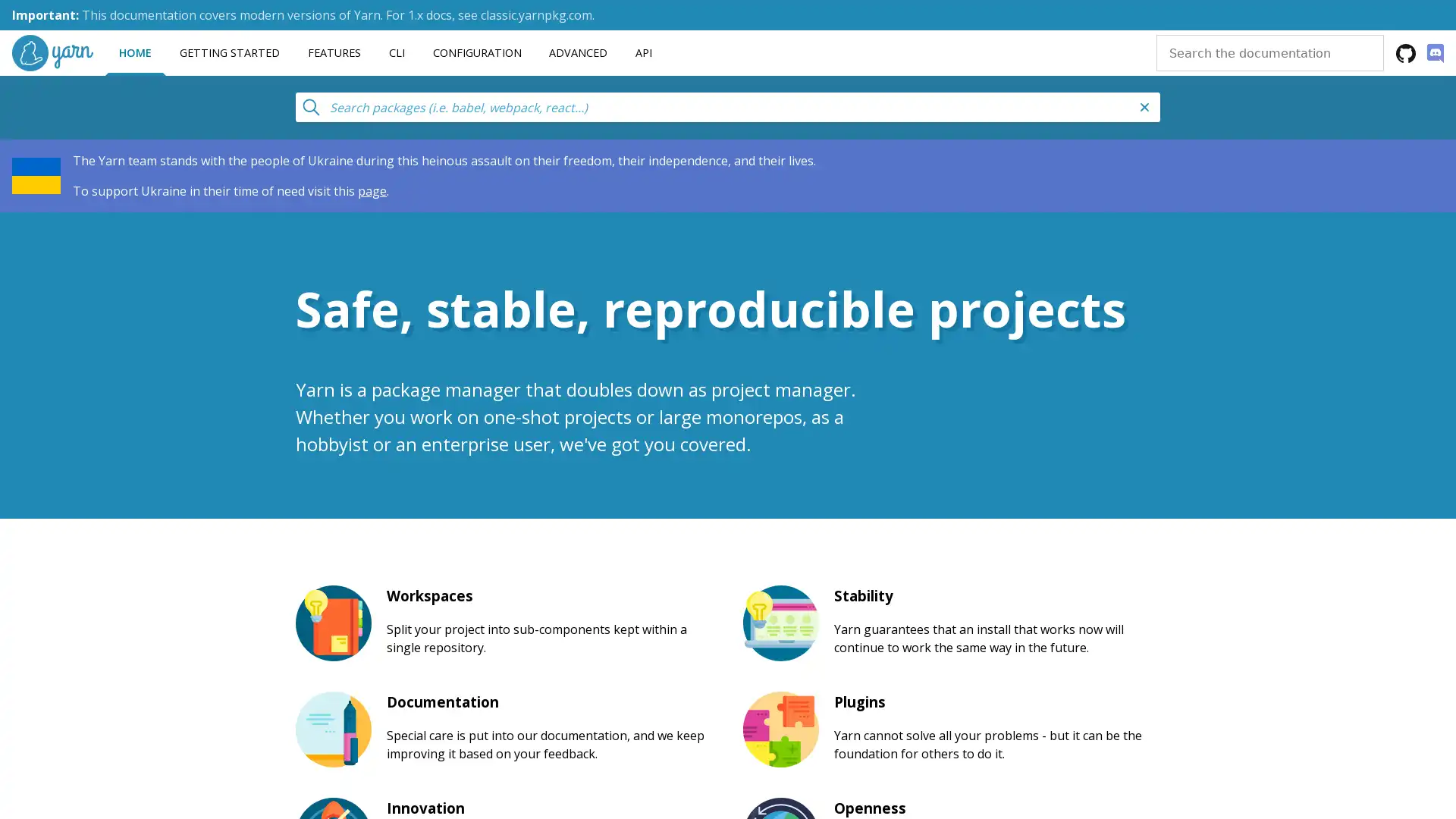 This screenshot has height=819, width=1456. Describe the element at coordinates (1145, 106) in the screenshot. I see `Clear the search query.` at that location.